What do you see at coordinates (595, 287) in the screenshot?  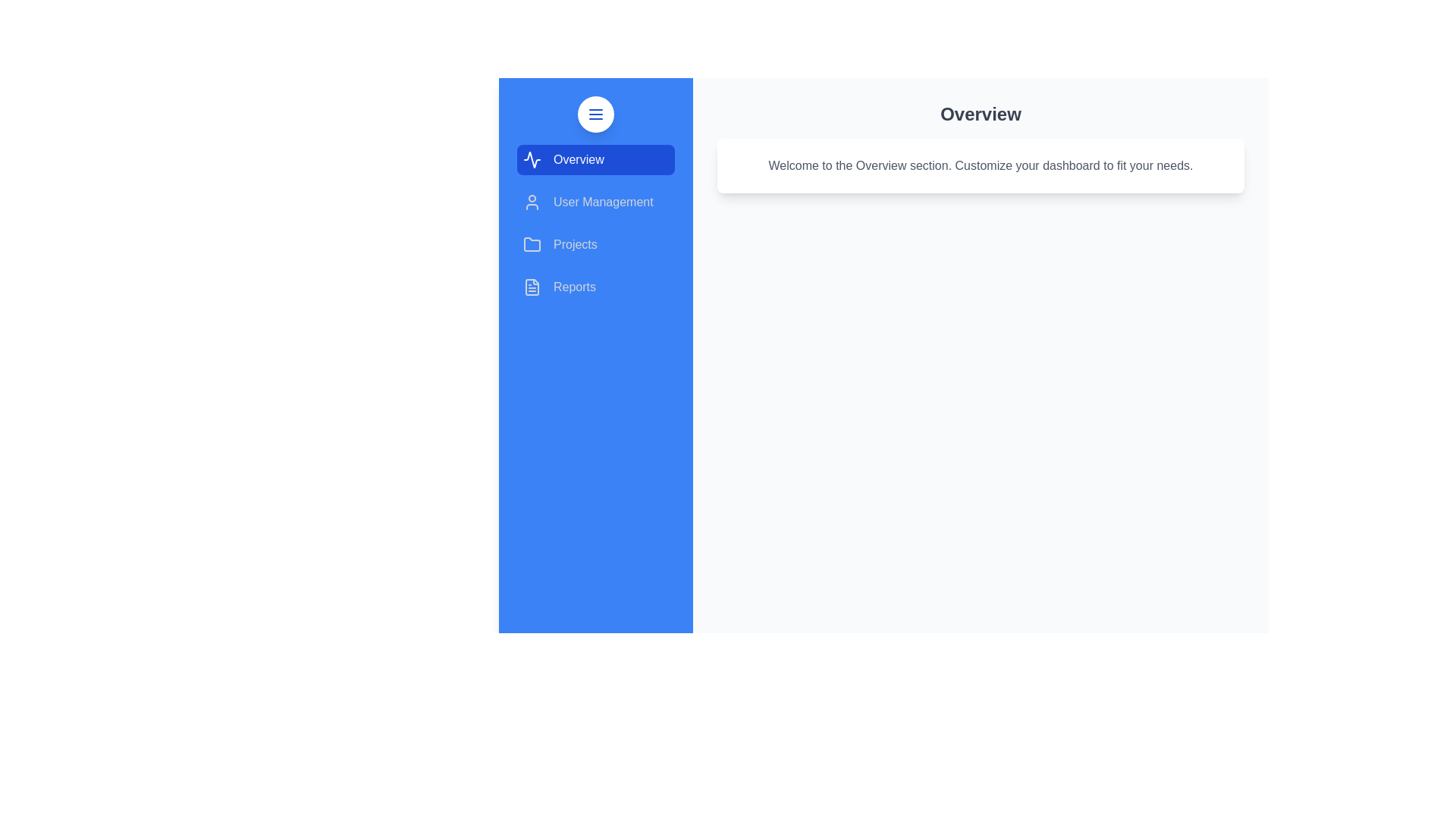 I see `the sidebar item corresponding to Reports` at bounding box center [595, 287].